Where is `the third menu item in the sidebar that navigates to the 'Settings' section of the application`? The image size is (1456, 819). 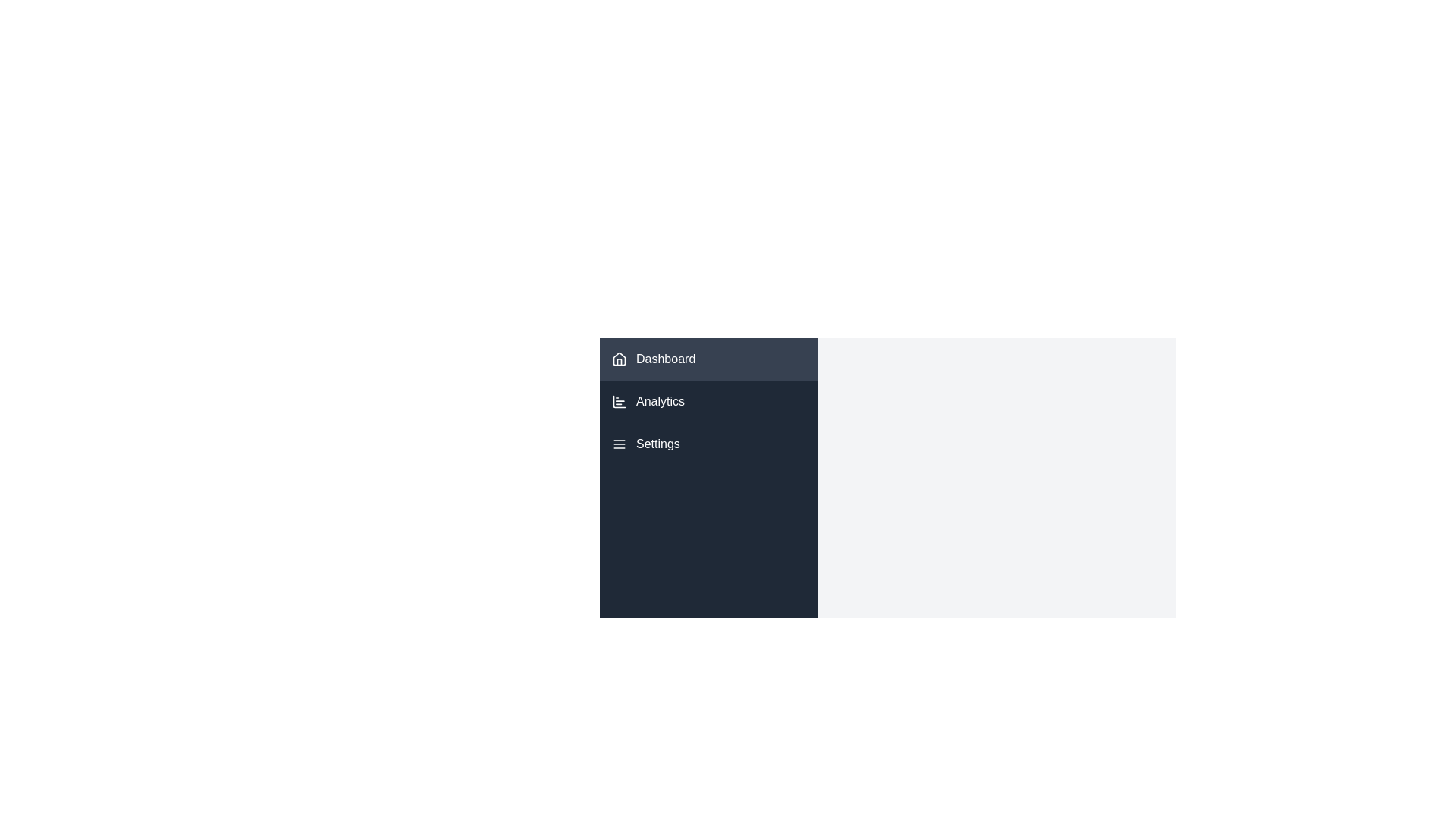
the third menu item in the sidebar that navigates to the 'Settings' section of the application is located at coordinates (708, 444).